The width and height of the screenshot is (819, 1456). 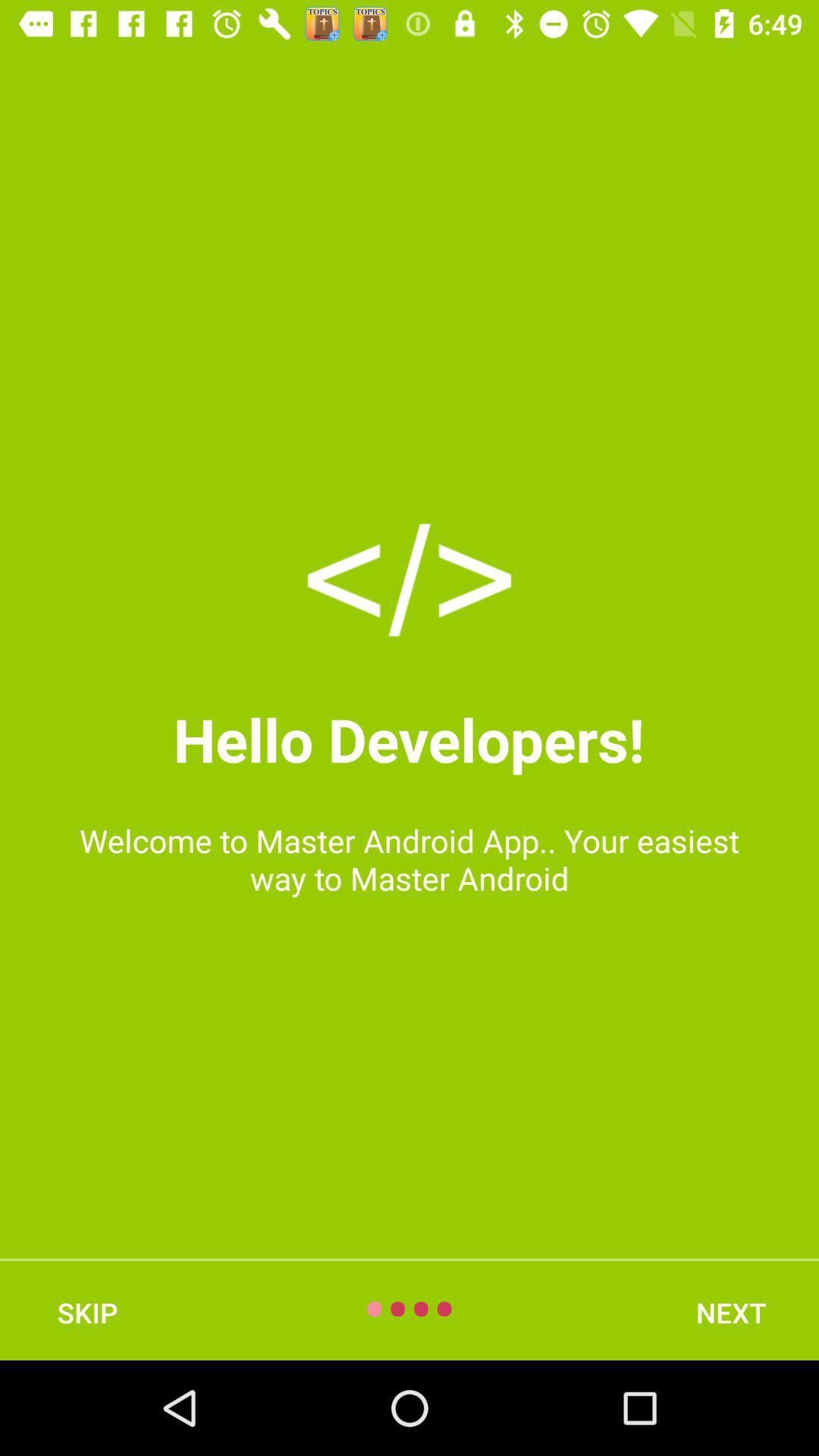 I want to click on the skip, so click(x=87, y=1312).